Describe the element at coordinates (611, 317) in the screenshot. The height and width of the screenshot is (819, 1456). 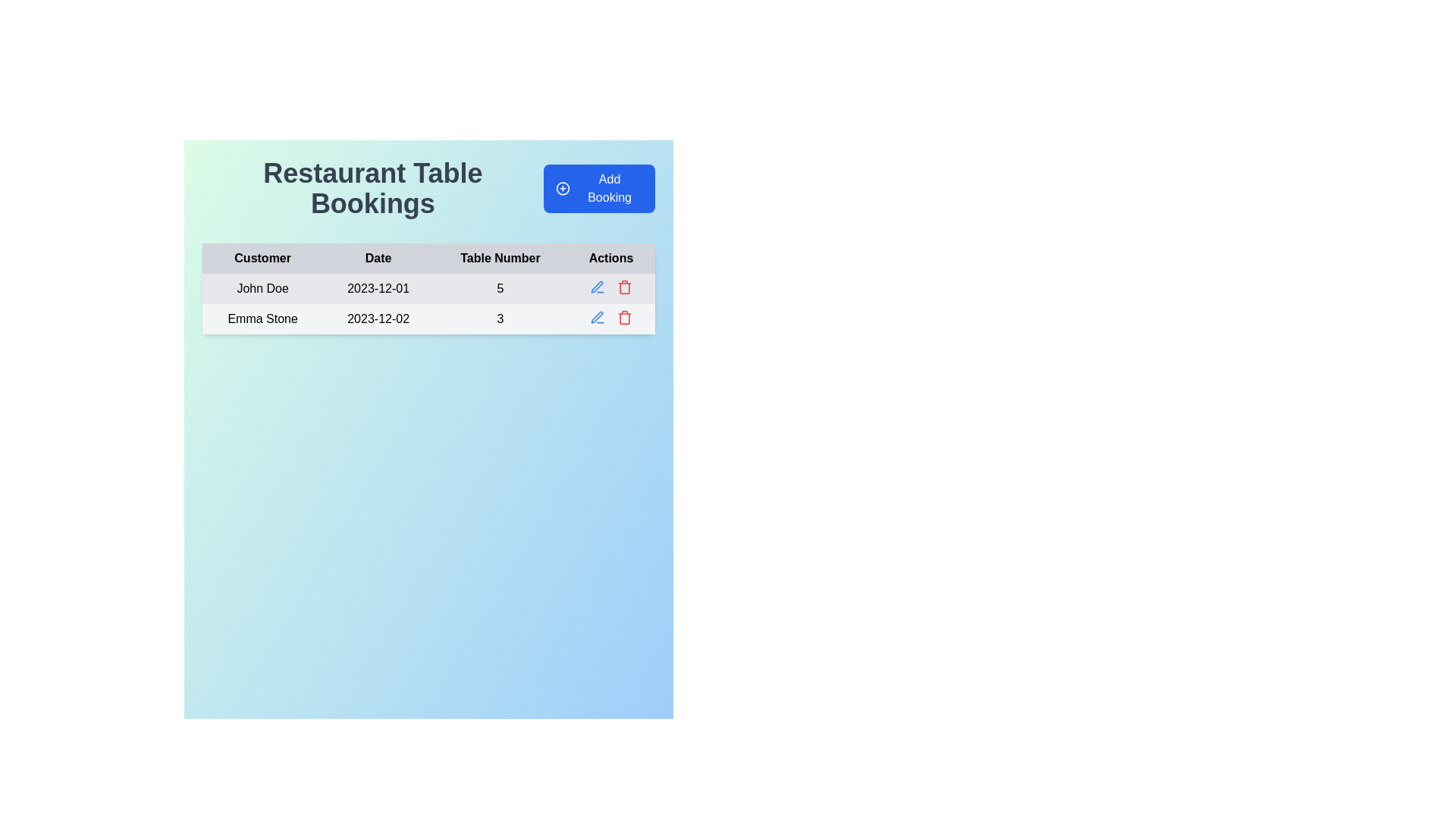
I see `the trash bin icon located in the last cell of the second row of the table` at that location.